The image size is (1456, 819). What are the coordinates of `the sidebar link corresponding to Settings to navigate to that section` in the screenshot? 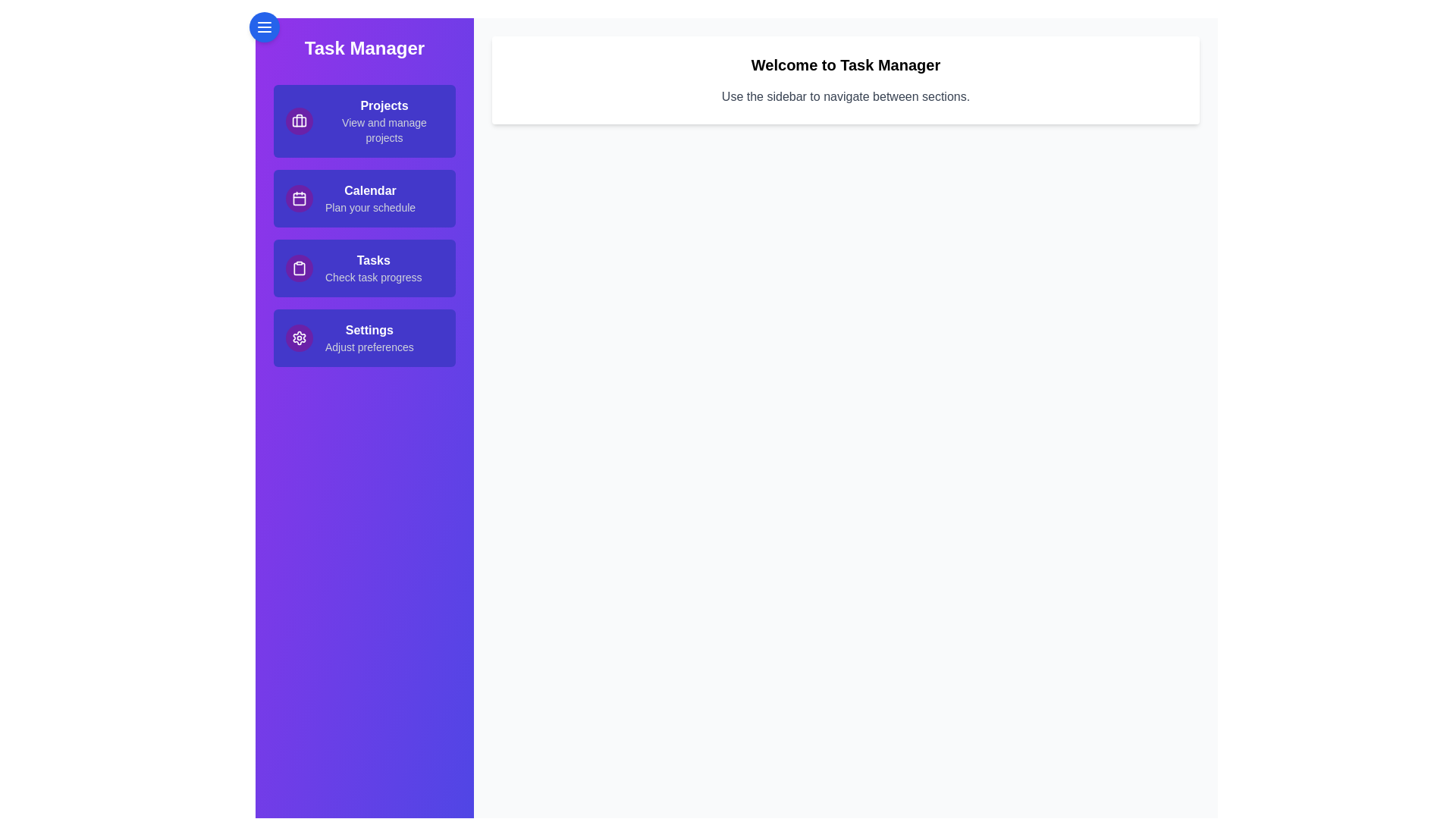 It's located at (364, 337).